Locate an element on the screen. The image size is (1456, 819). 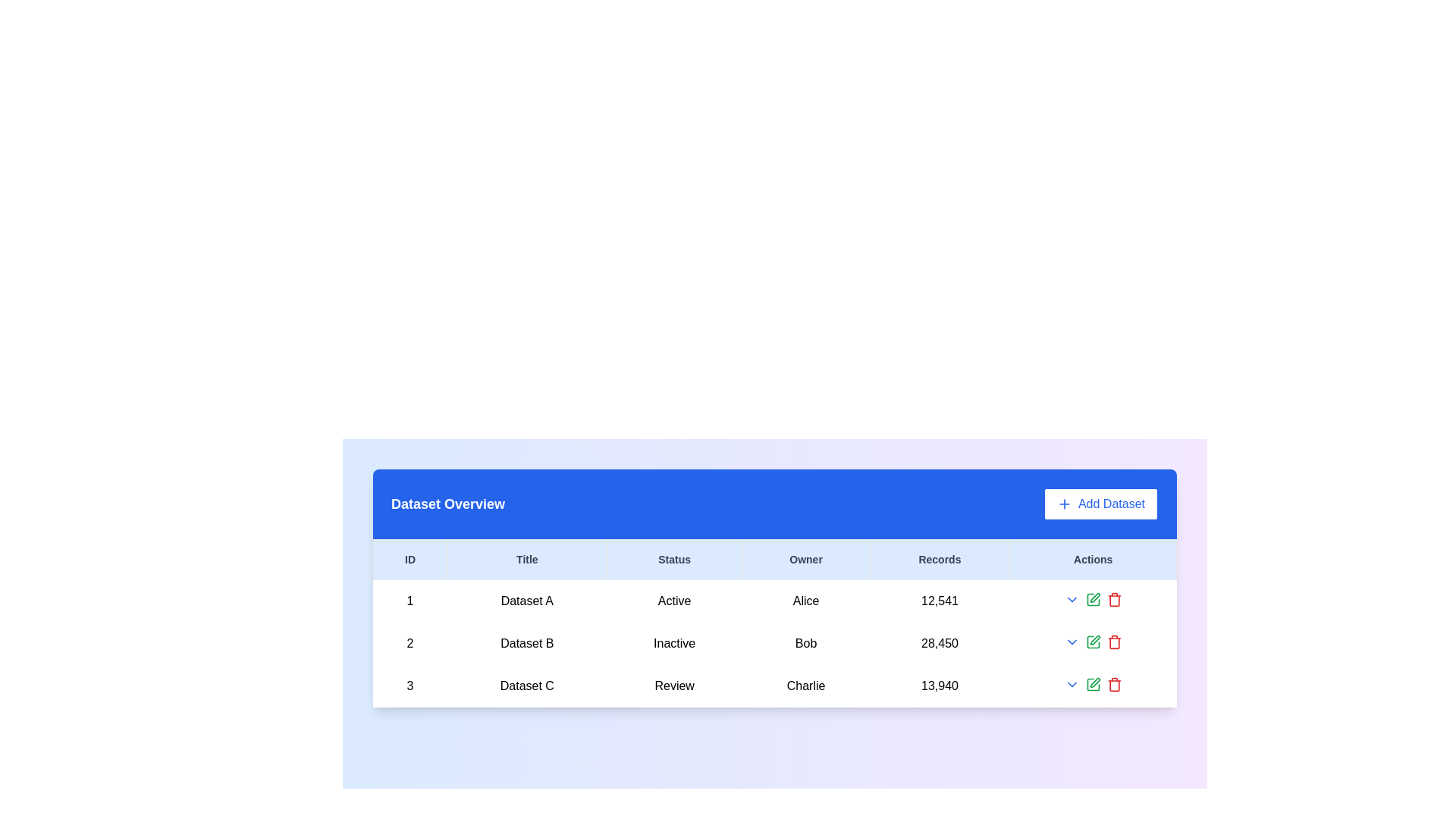
the 'Inactive' status label for 'Dataset B' in the 'Status' column of the table, which is display-only and non-interactive is located at coordinates (673, 643).